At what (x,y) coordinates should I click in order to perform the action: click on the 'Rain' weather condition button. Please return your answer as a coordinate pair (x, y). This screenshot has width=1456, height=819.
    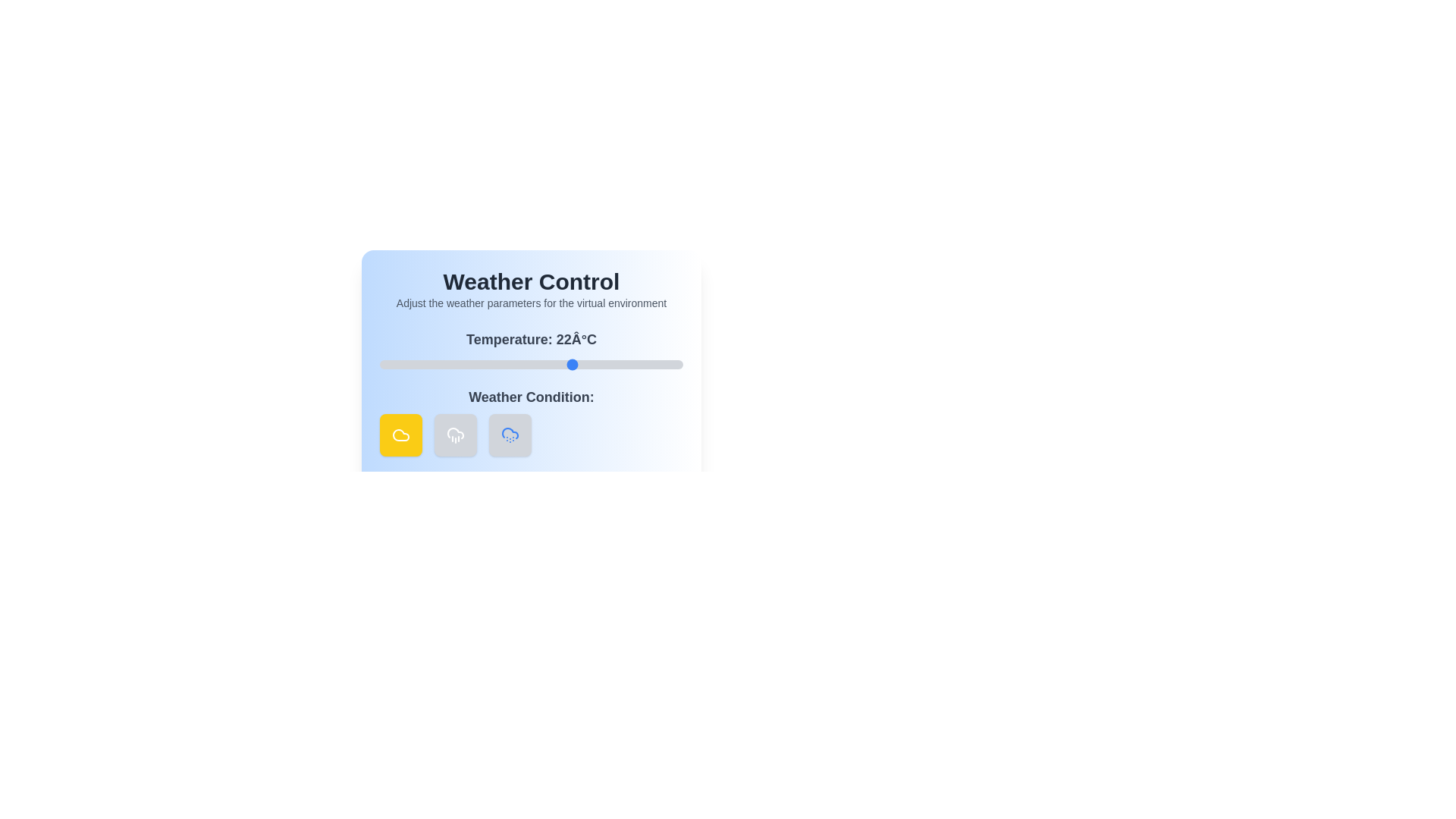
    Looking at the image, I should click on (454, 435).